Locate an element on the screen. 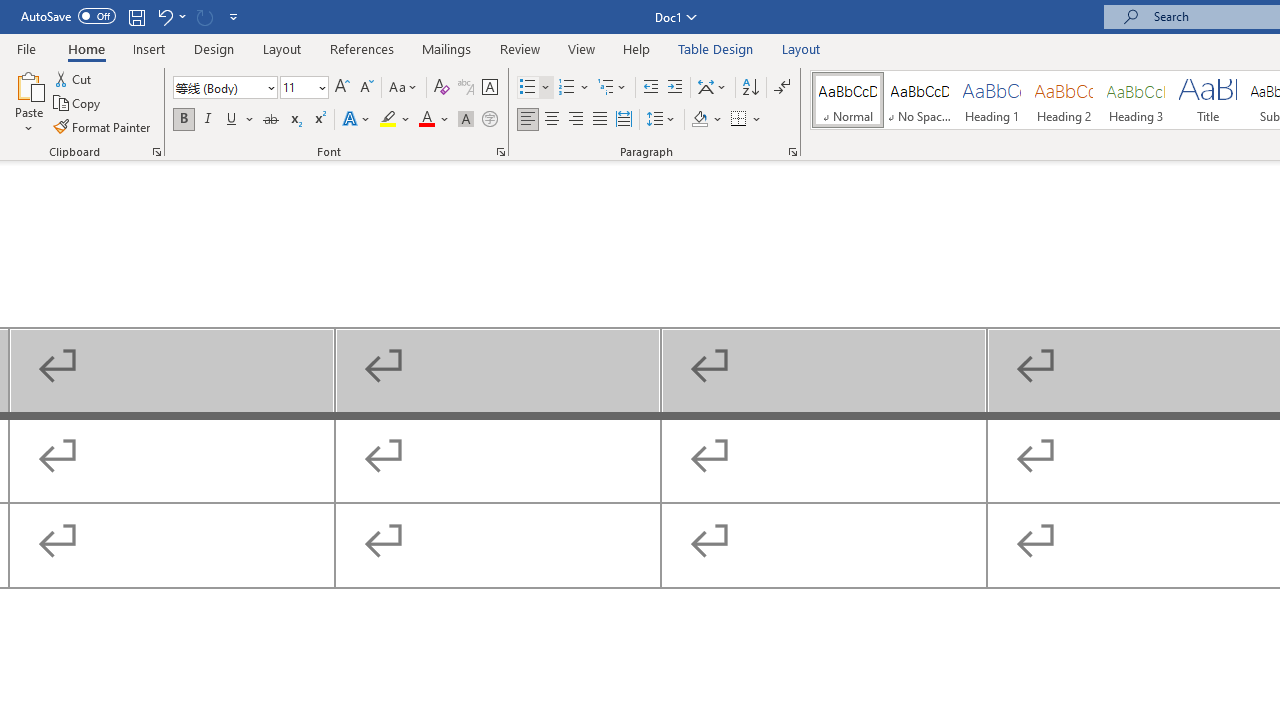 The height and width of the screenshot is (720, 1280). 'Can' is located at coordinates (204, 16).